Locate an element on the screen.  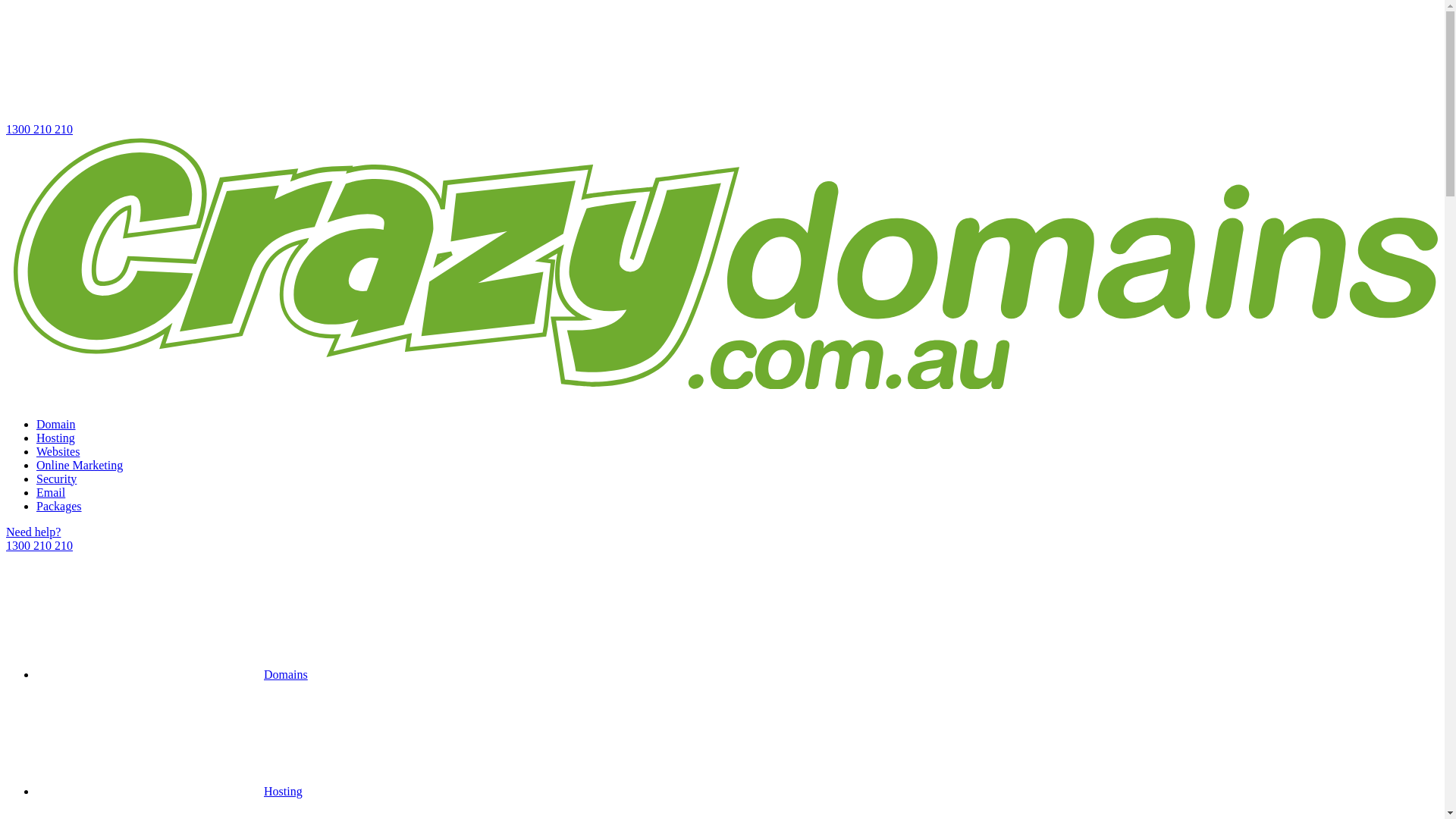
'Hosting' is located at coordinates (36, 790).